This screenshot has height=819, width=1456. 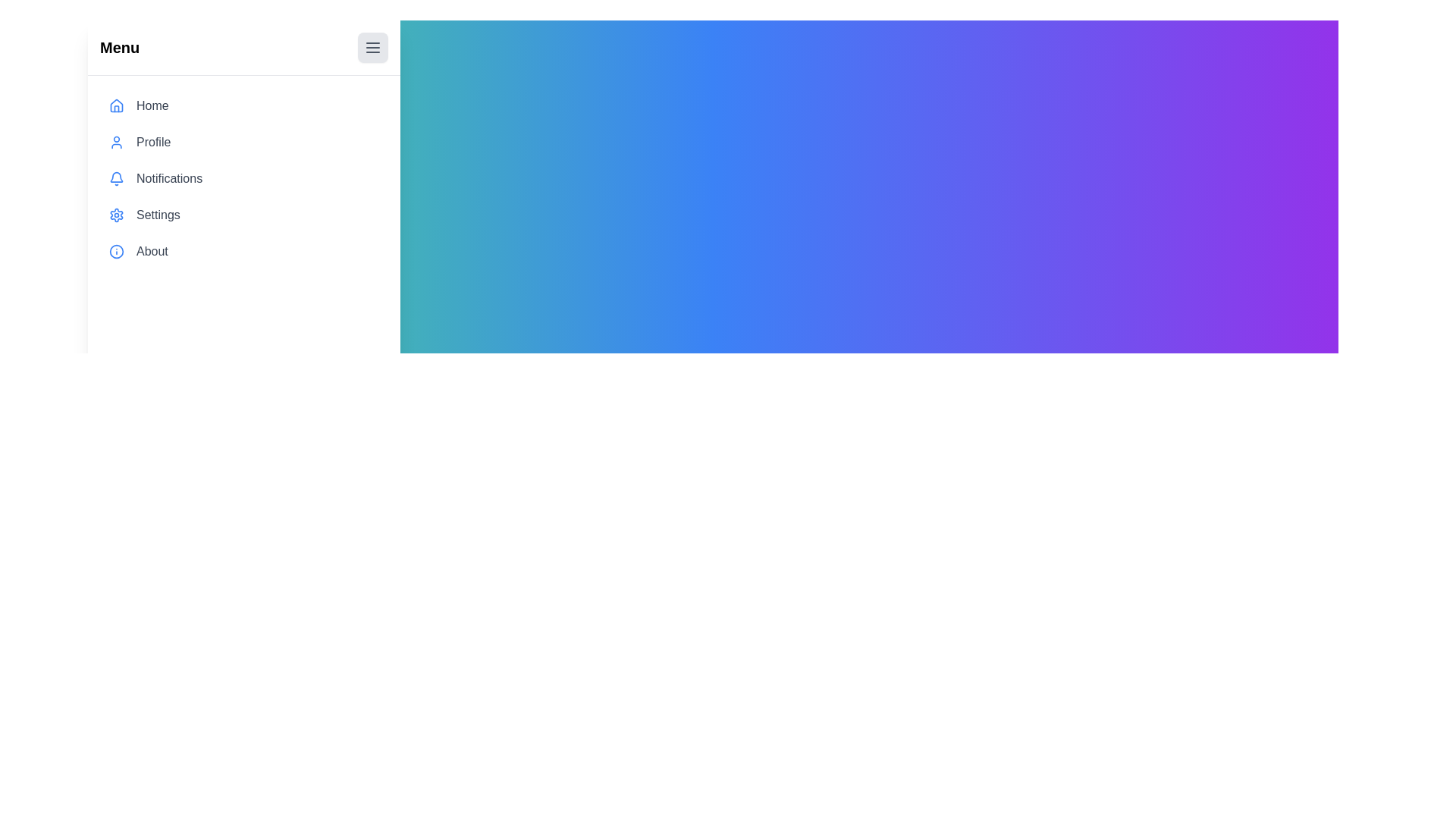 I want to click on the menu item labeled About, so click(x=244, y=250).